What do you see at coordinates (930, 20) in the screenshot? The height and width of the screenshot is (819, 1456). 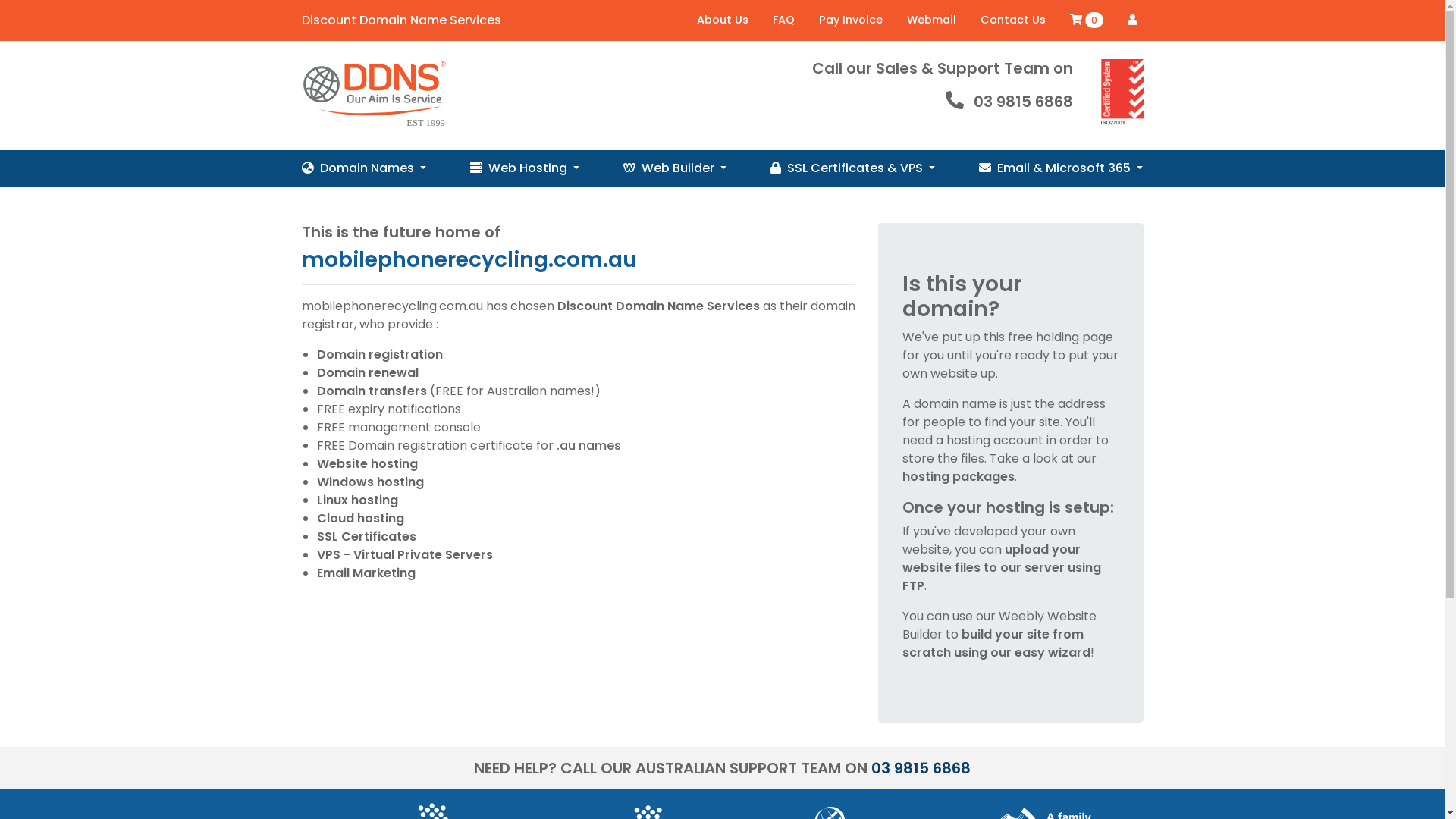 I see `'Webmail'` at bounding box center [930, 20].